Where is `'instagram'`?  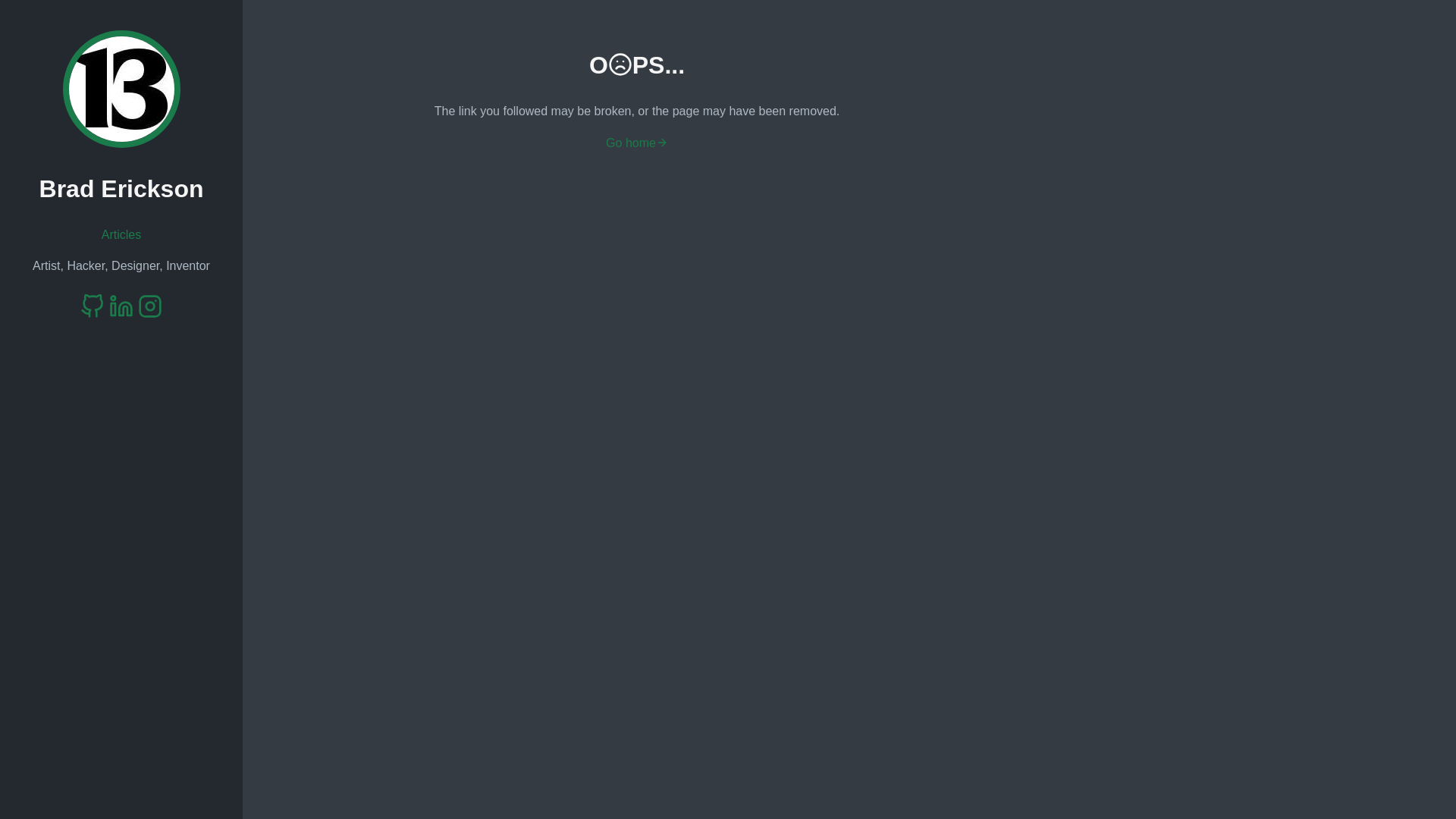 'instagram' is located at coordinates (149, 307).